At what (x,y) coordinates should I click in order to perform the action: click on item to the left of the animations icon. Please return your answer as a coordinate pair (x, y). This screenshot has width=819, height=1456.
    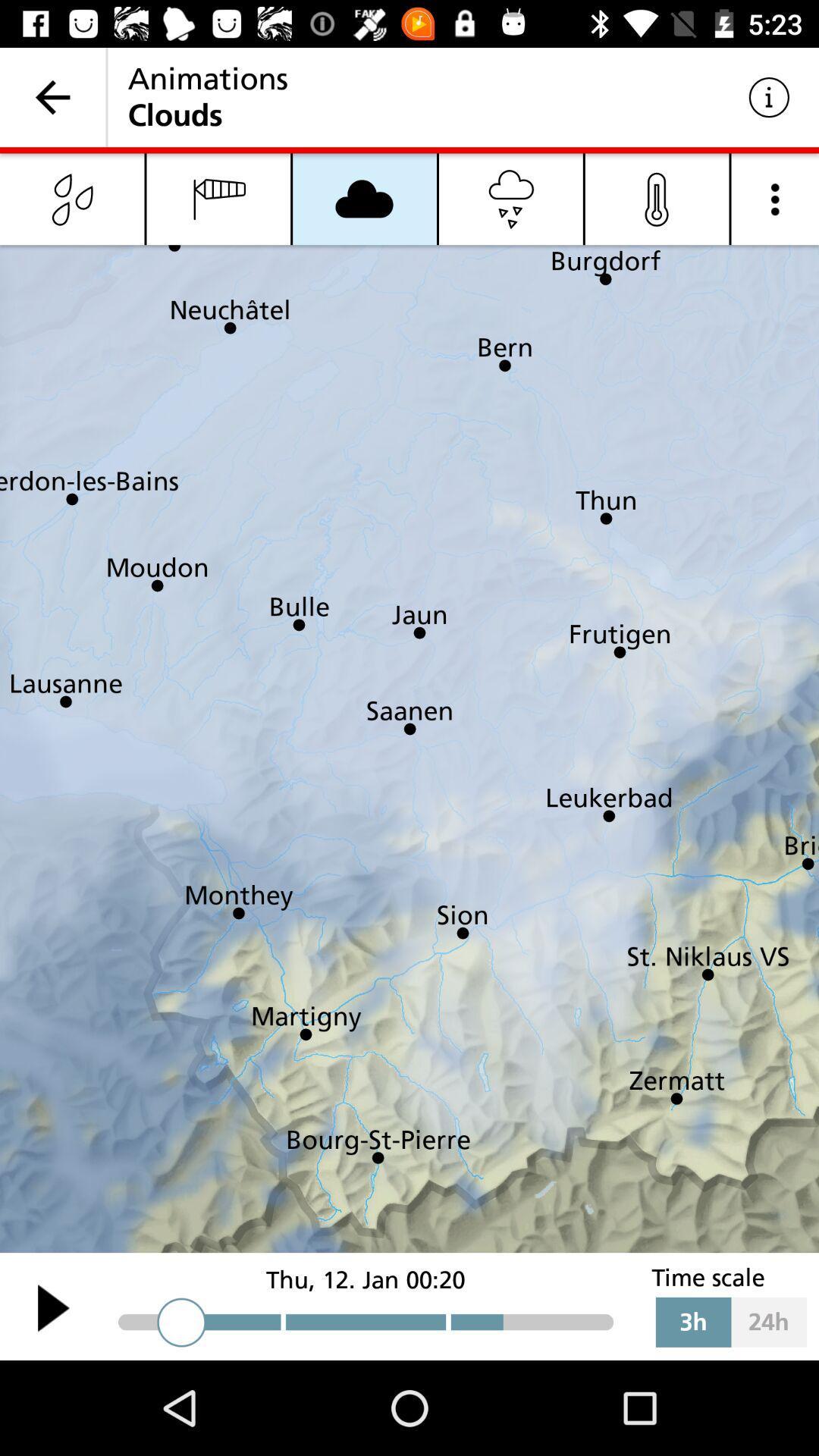
    Looking at the image, I should click on (52, 96).